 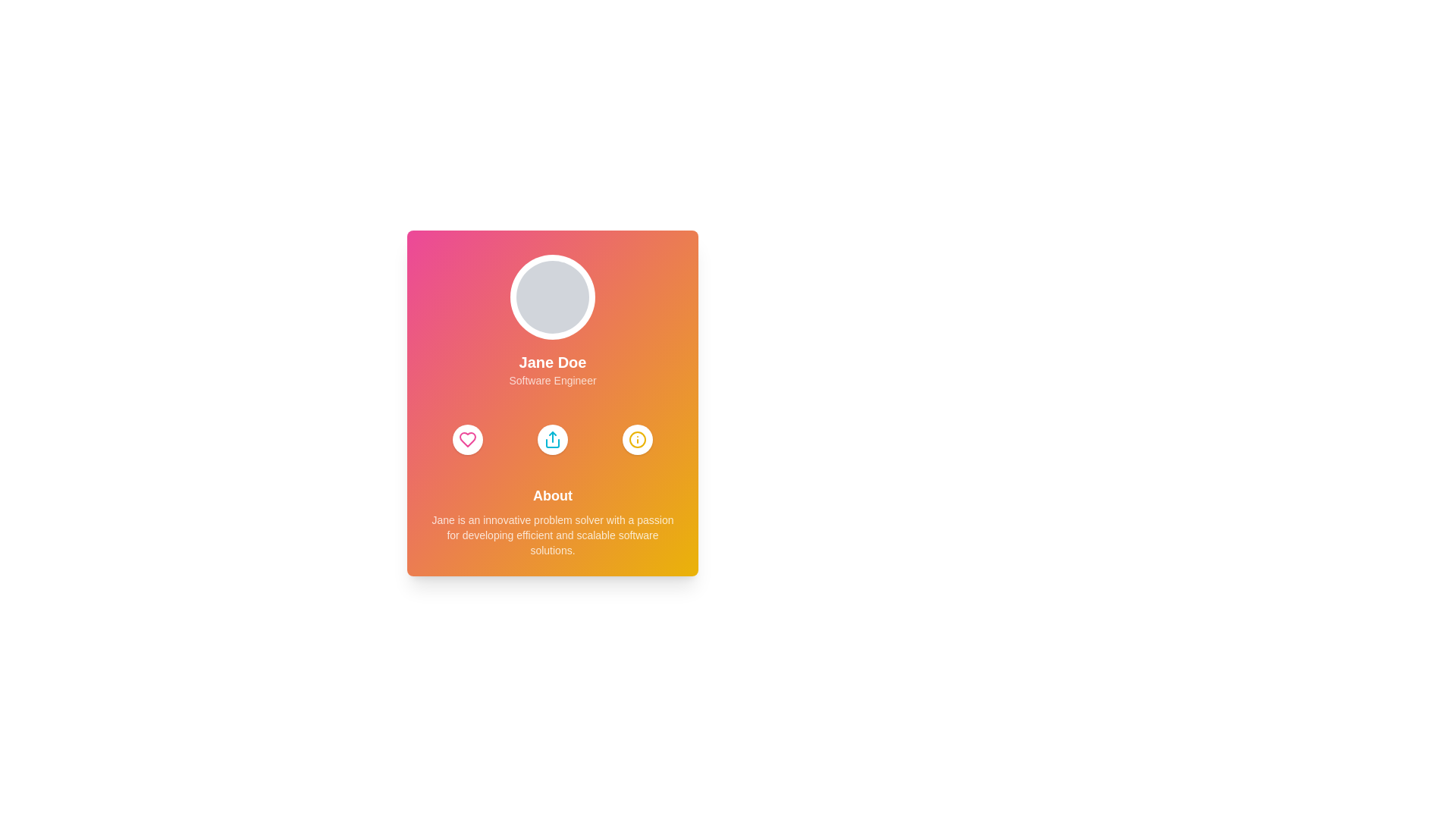 What do you see at coordinates (552, 379) in the screenshot?
I see `the text label reading 'Software Engineer', which is styled with a small font size and semi-transparent appearance, located below 'Jane Doe' in the profile section` at bounding box center [552, 379].